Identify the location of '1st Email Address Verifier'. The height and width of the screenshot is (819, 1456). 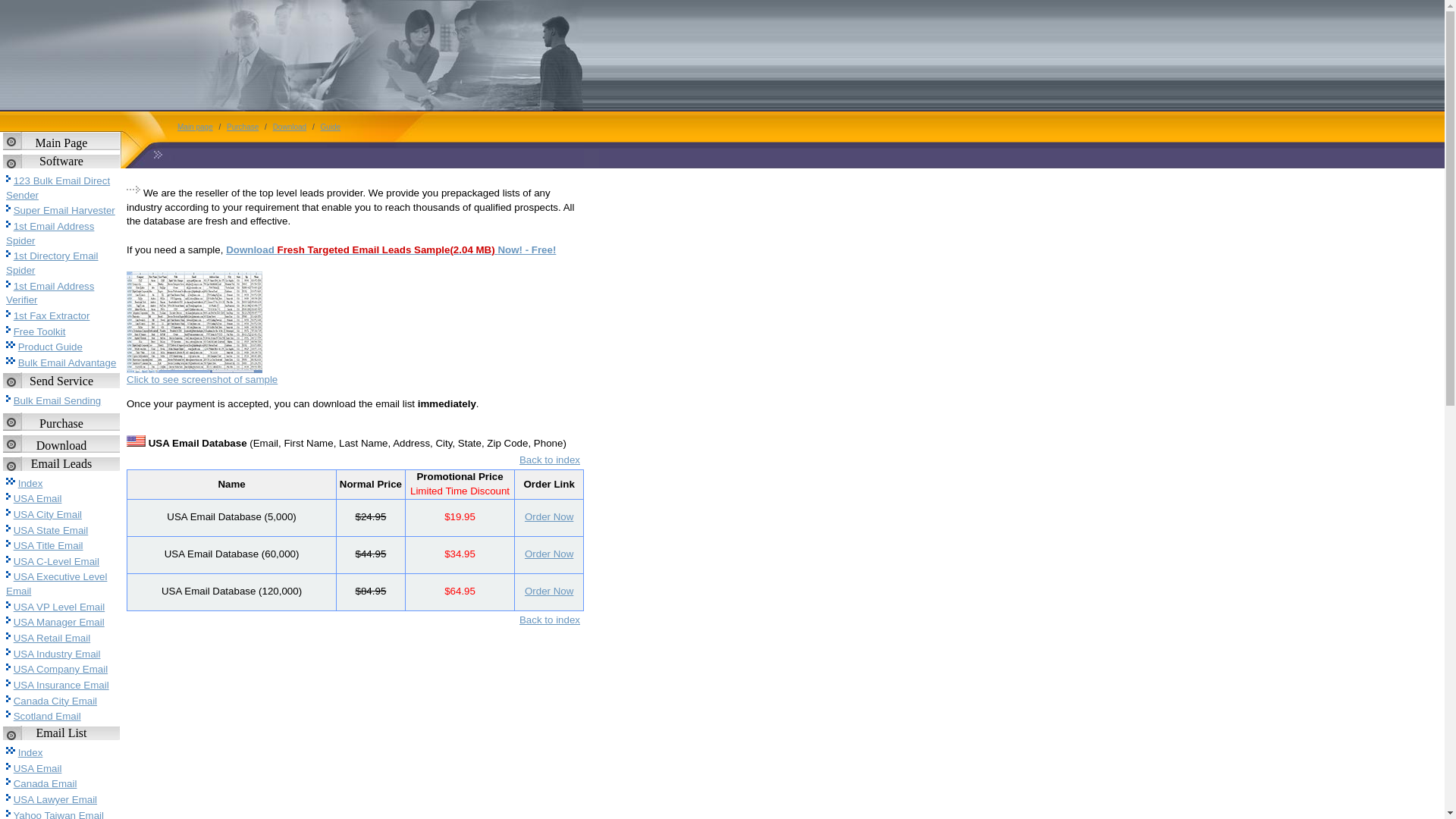
(50, 293).